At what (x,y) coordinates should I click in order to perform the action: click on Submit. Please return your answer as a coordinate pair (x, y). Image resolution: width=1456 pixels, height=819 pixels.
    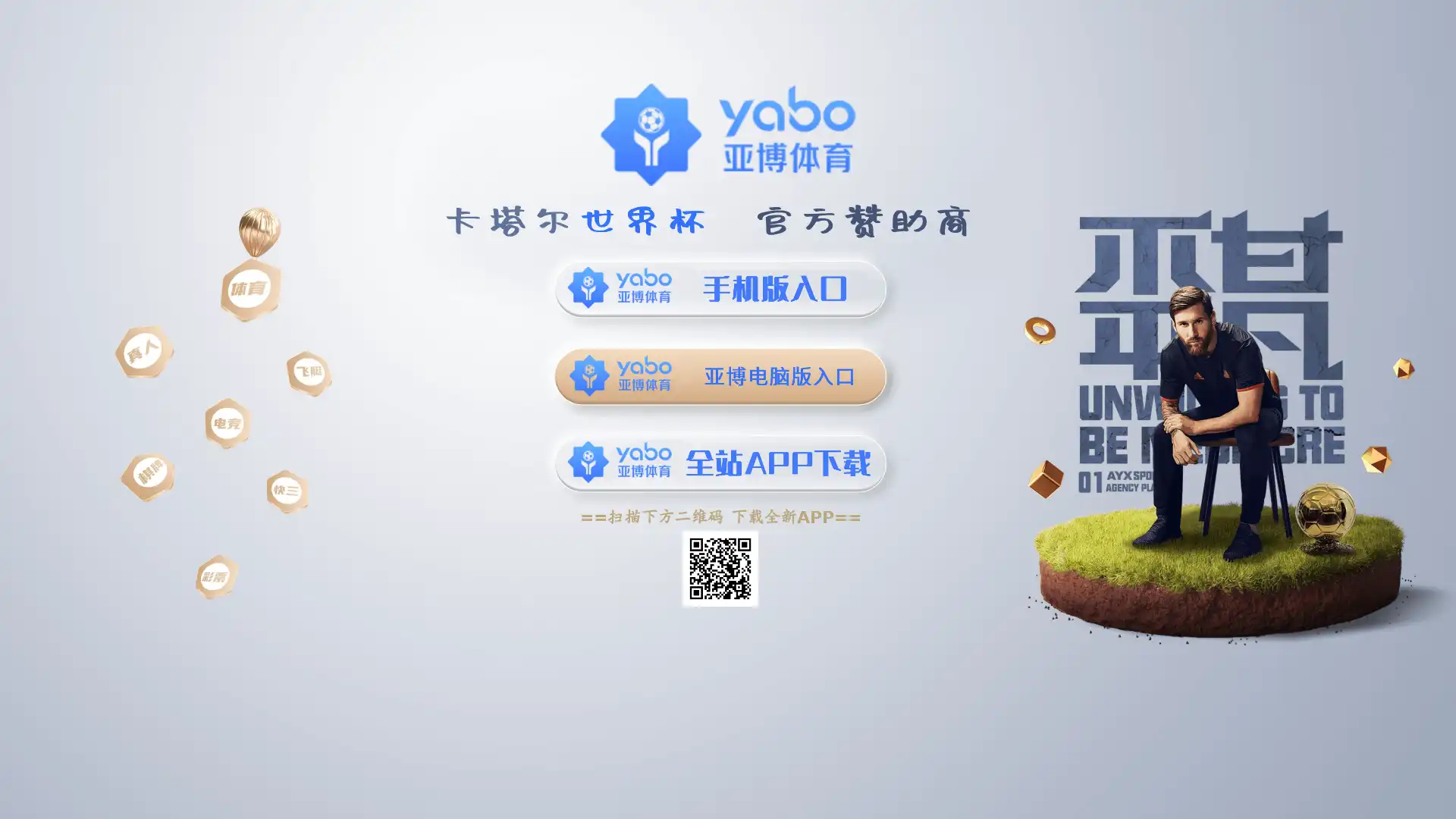
    Looking at the image, I should click on (1023, 88).